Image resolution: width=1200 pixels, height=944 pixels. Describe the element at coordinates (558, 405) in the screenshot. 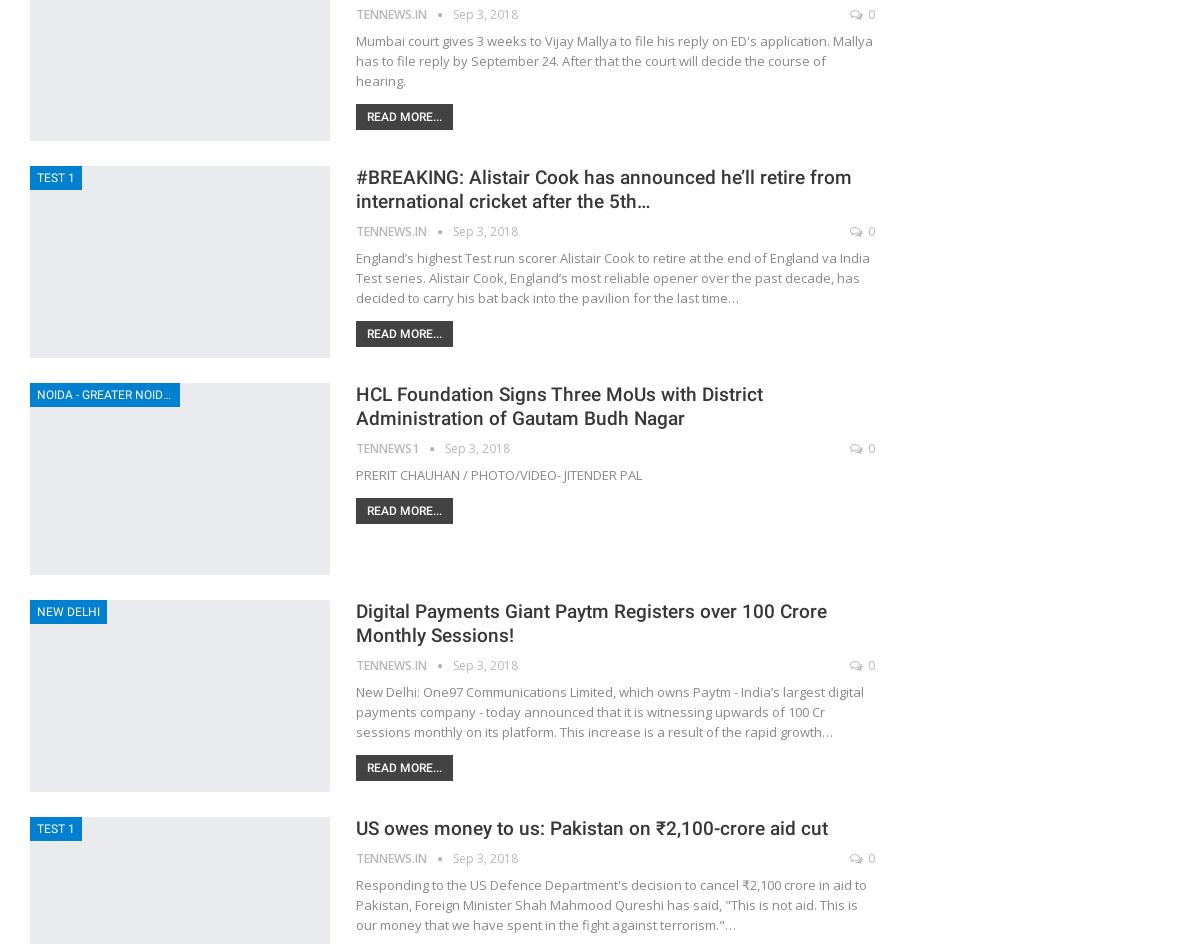

I see `'HCL Foundation Signs Three MoUs with District Administration of Gautam Budh Nagar'` at that location.